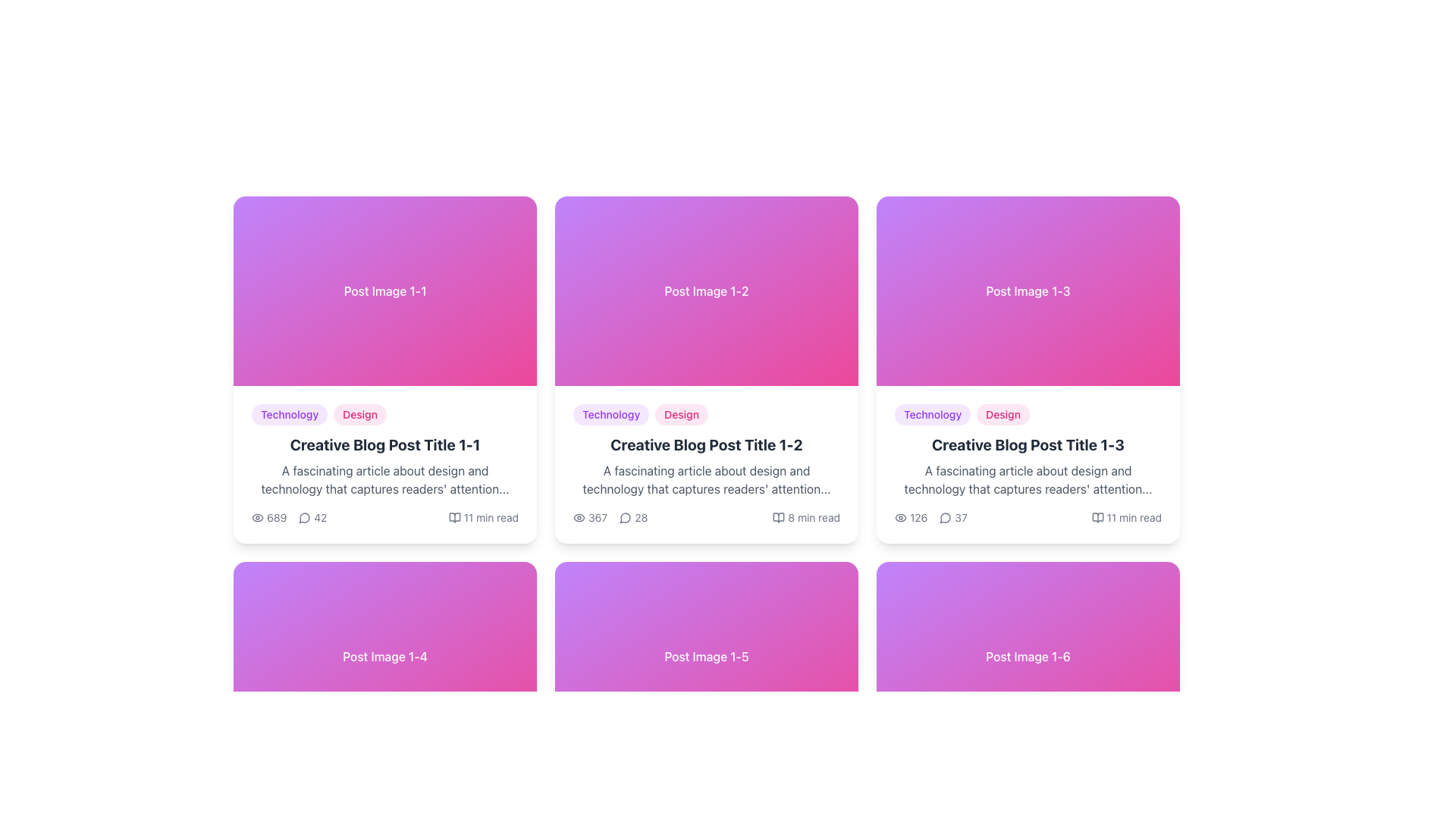  I want to click on the first card in the grid layout that presents a summary of a blog post for accessibility navigations, so click(385, 370).